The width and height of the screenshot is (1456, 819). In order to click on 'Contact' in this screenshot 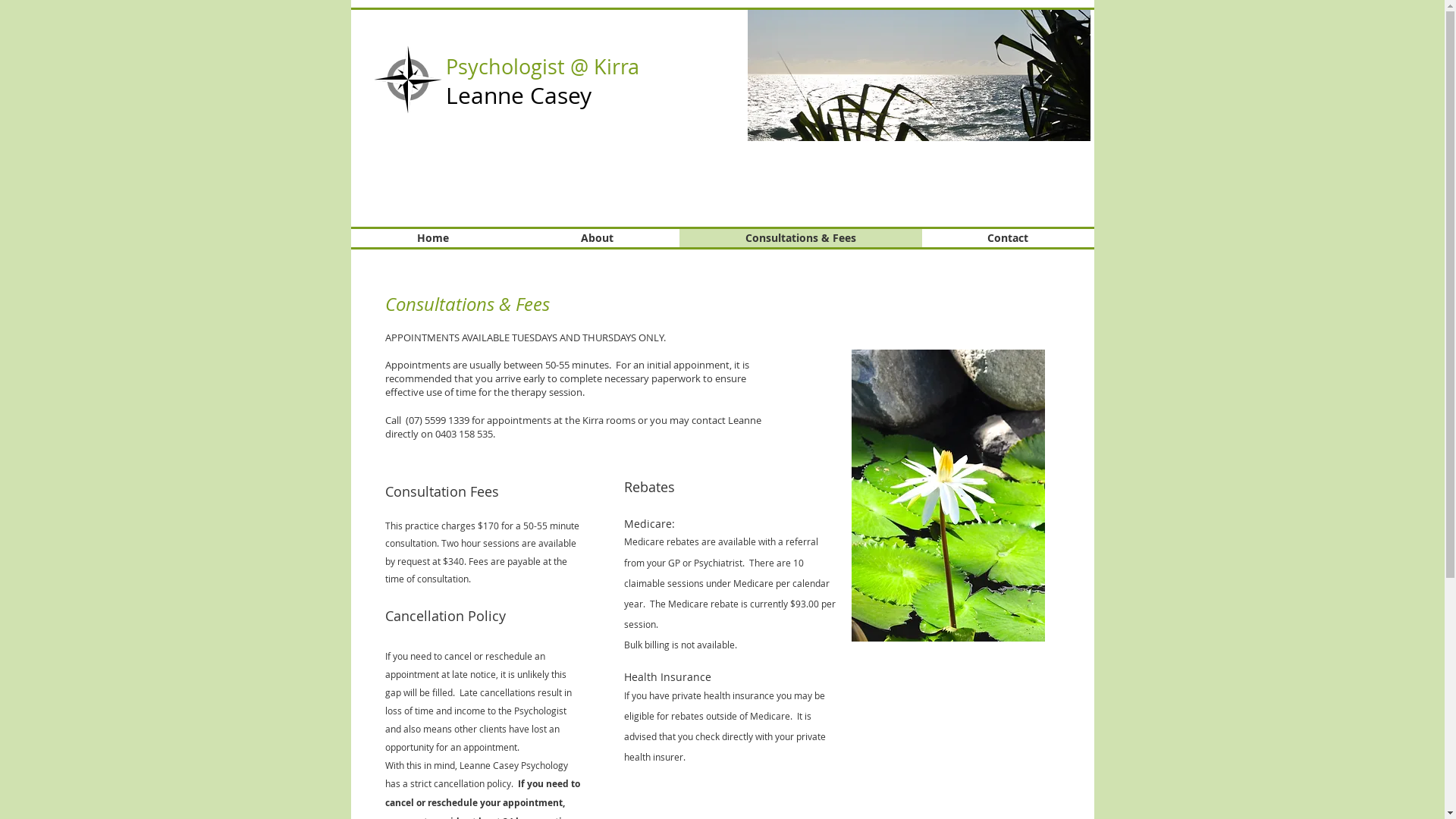, I will do `click(1008, 237)`.